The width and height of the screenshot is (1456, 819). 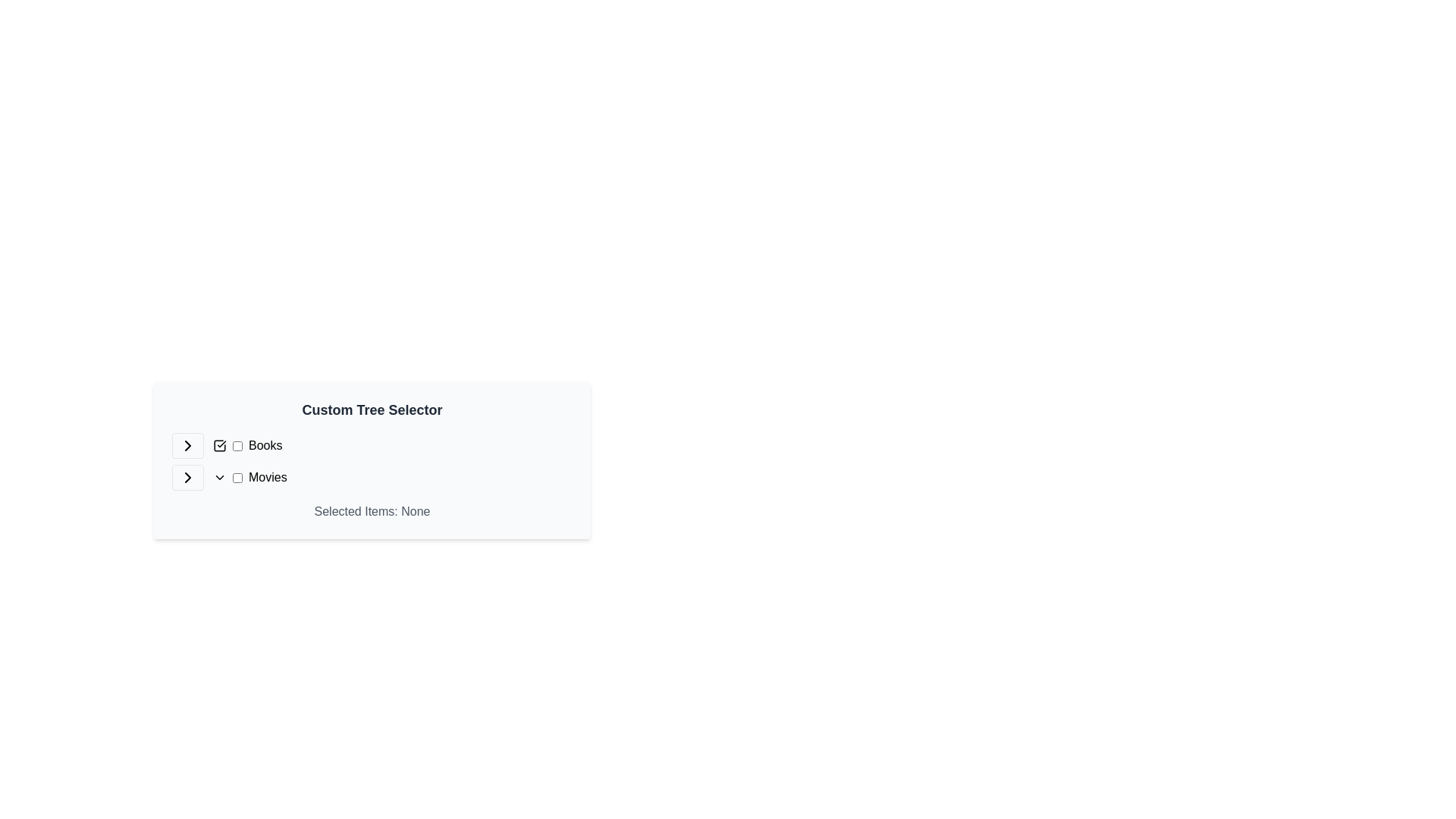 I want to click on the text label displaying 'Movies', which is part of a horizontal layout and positioned directly below the 'Books' label, so click(x=268, y=476).